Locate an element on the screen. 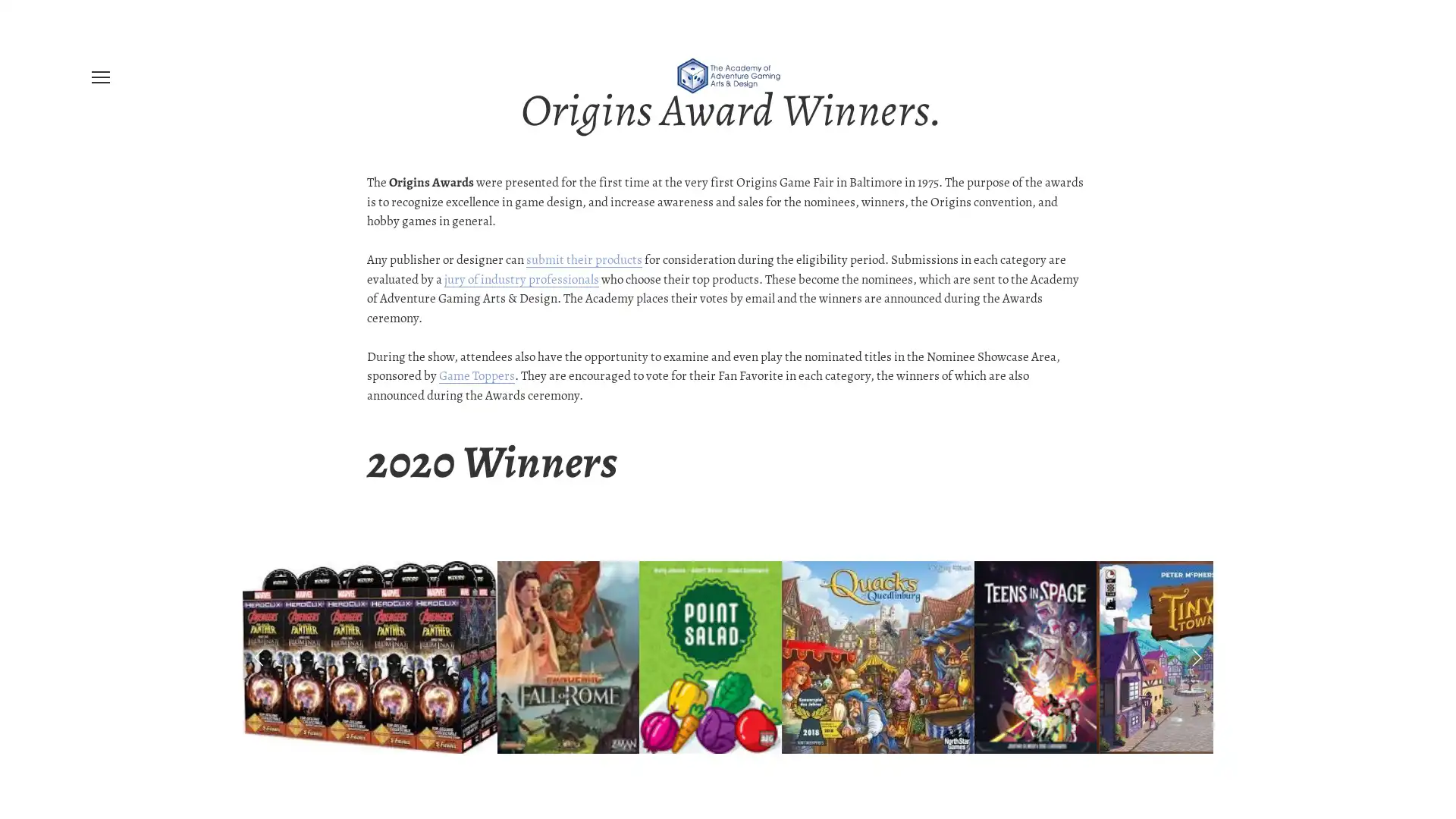  Next Slide is located at coordinates (1196, 725).